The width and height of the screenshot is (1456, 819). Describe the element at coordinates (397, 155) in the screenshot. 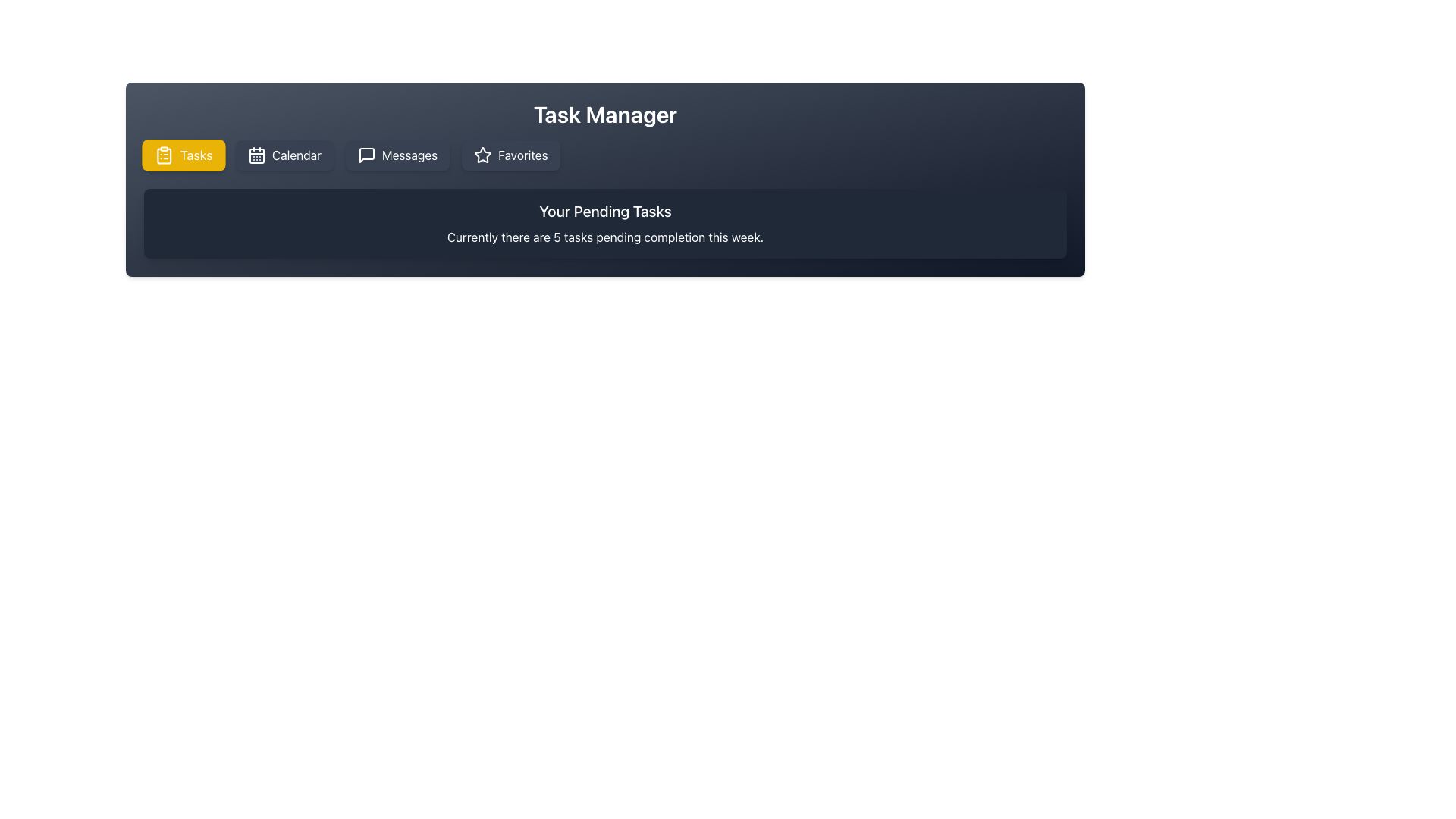

I see `the 'Messages' navigation button located in the horizontal menu` at that location.